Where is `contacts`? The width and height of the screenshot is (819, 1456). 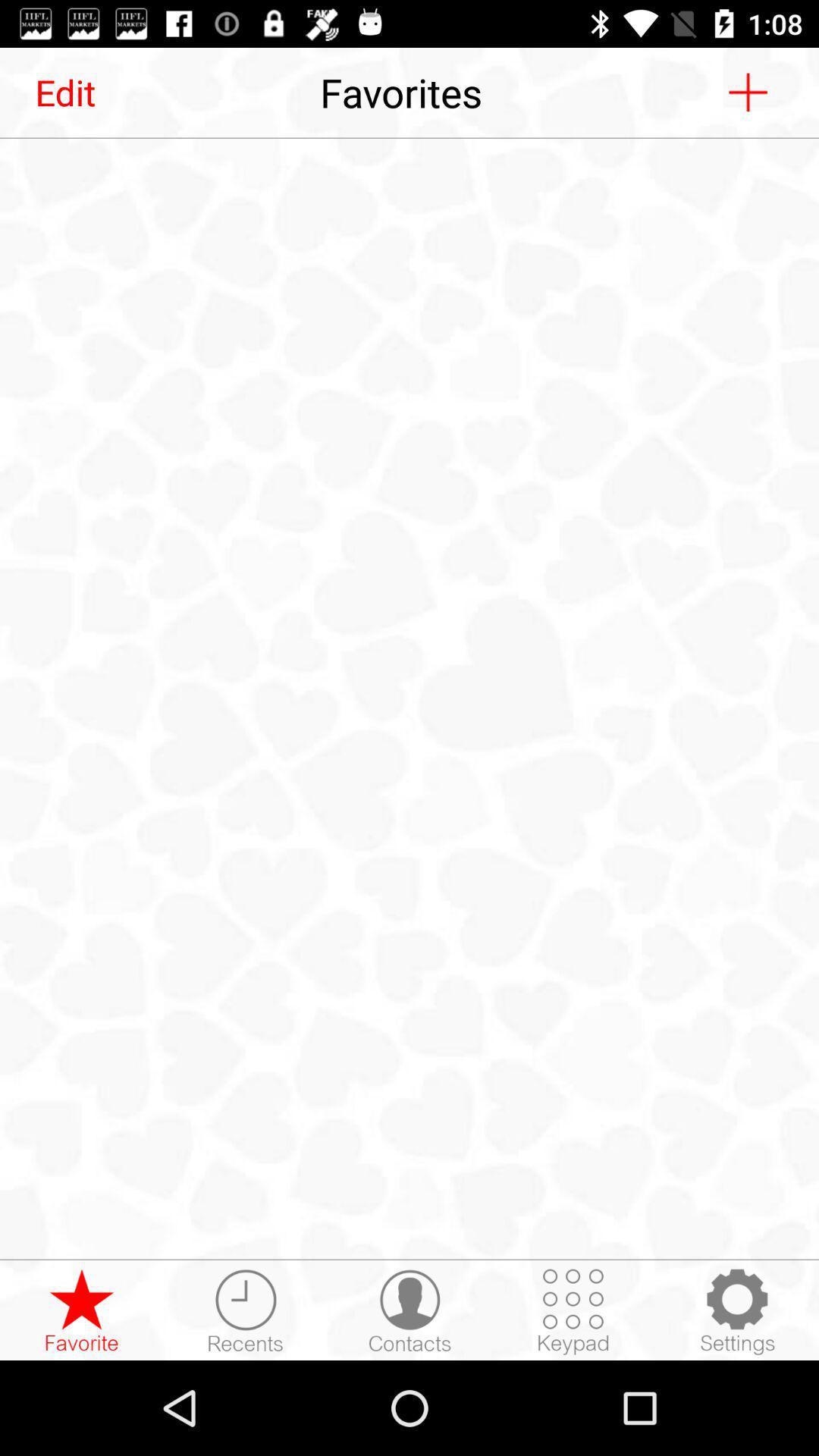
contacts is located at coordinates (409, 1310).